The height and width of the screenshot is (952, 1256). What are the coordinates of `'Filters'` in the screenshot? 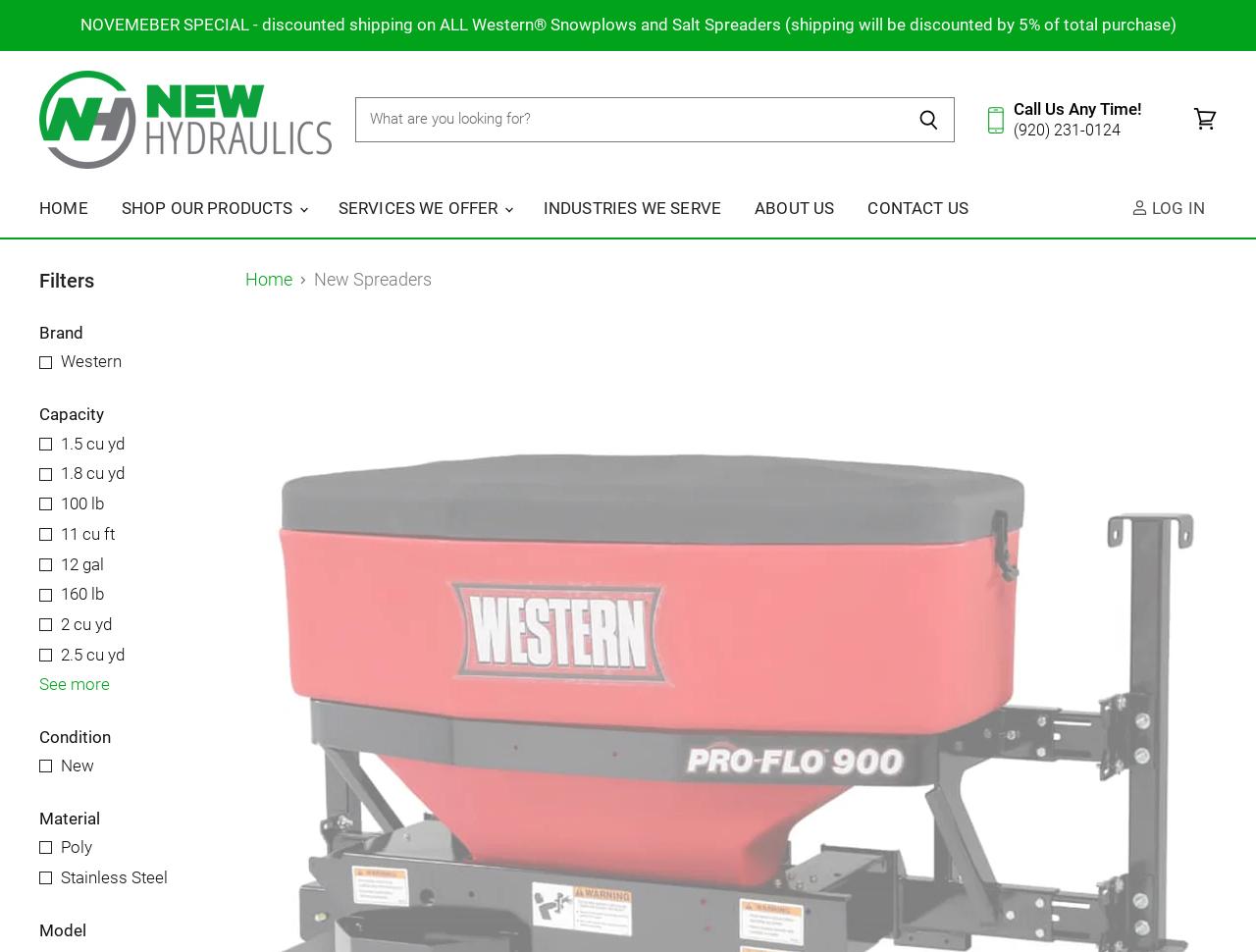 It's located at (66, 279).